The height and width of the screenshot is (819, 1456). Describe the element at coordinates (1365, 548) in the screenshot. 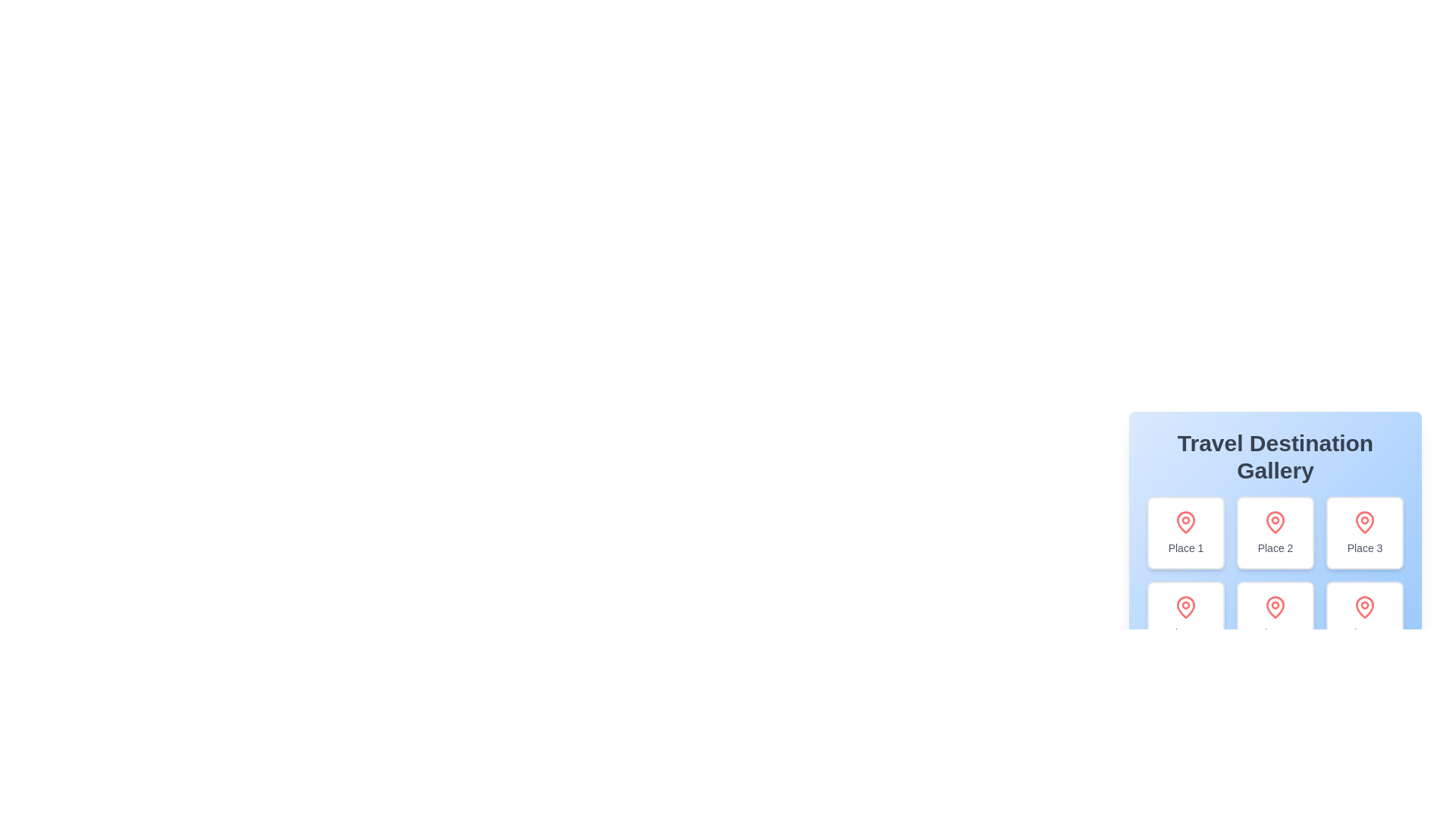

I see `the text label that serves as a descriptor for 'Place 3', located at the bottom of a card in the third position of the top row within the 'Travel Destination Gallery'` at that location.